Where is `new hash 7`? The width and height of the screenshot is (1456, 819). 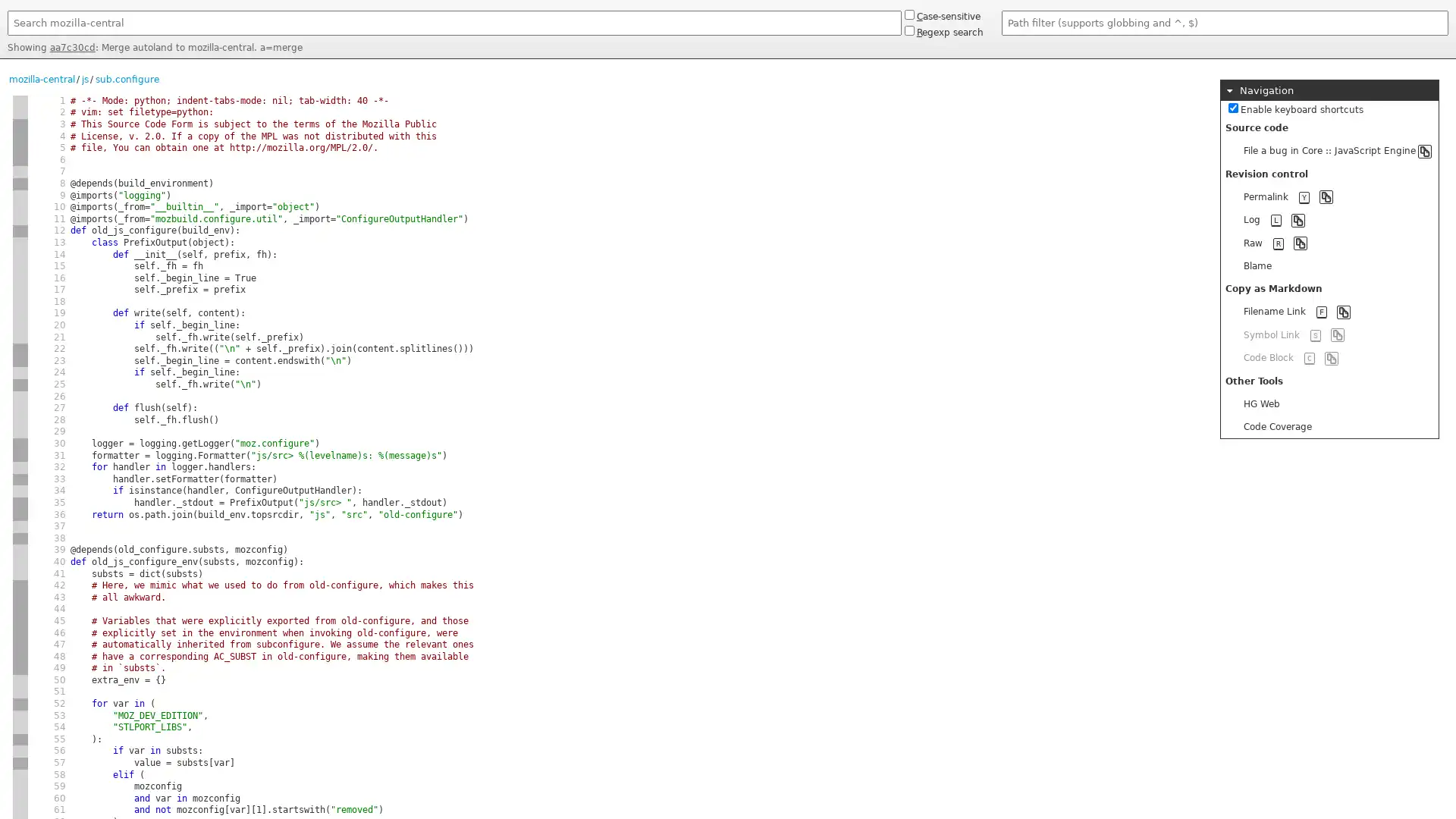 new hash 7 is located at coordinates (20, 479).